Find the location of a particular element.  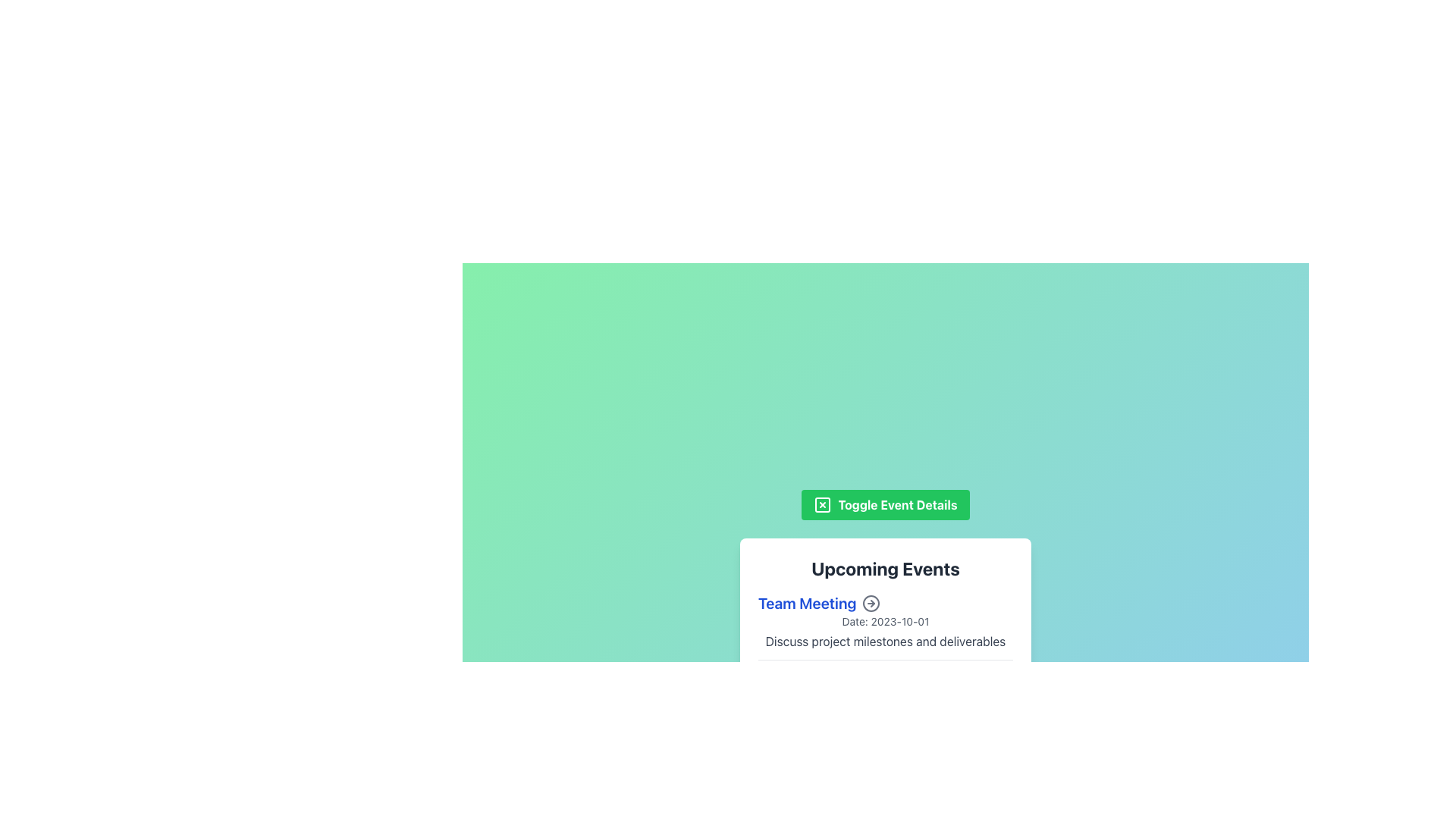

the decorative SVG shape located at the center of the 'Toggle Event Details' button is located at coordinates (822, 504).